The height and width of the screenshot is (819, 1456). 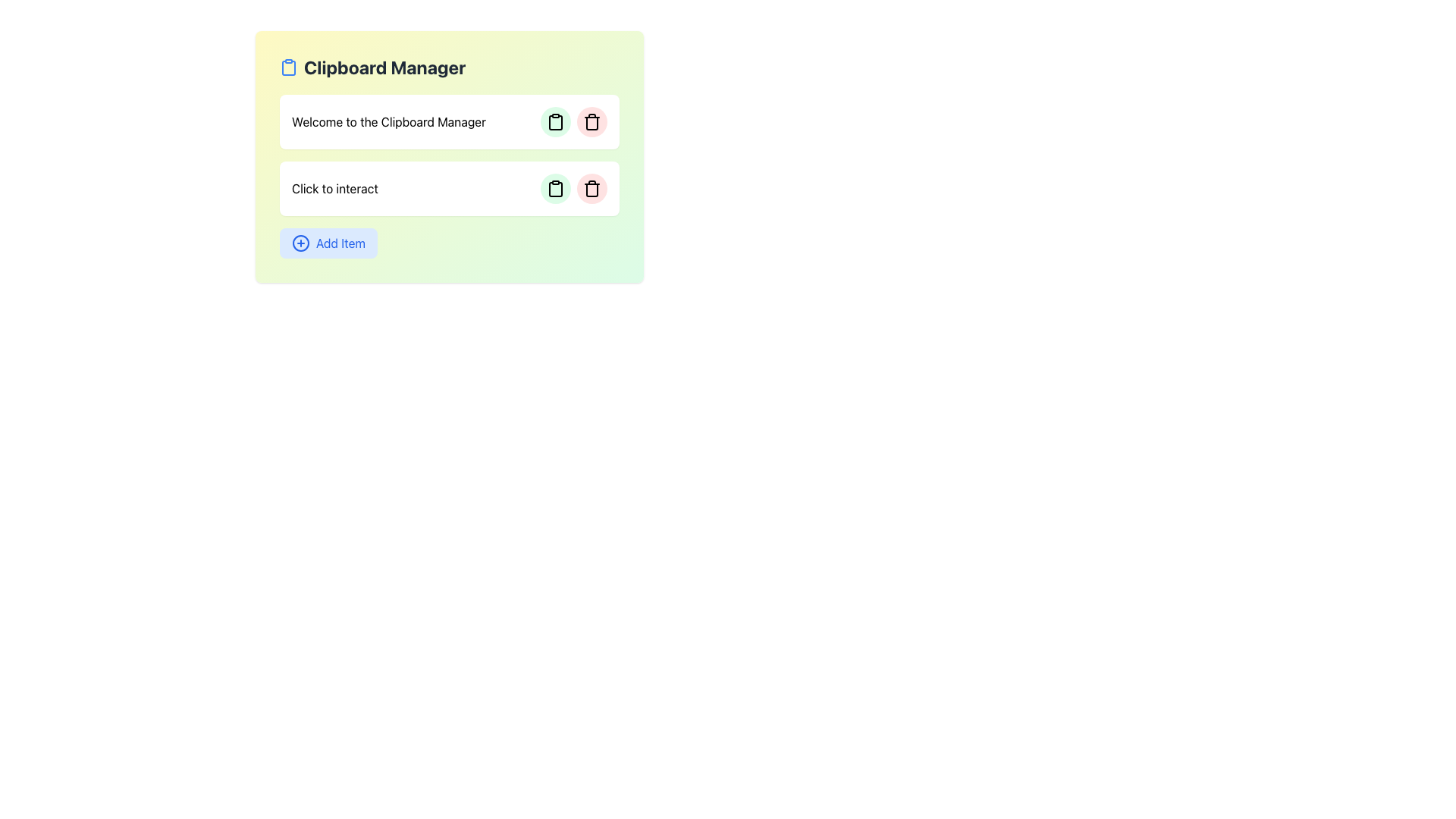 What do you see at coordinates (591, 121) in the screenshot?
I see `the delete button located to the right of the green clipboard icon in the horizontal layout of interactive buttons on the right side of the white card` at bounding box center [591, 121].